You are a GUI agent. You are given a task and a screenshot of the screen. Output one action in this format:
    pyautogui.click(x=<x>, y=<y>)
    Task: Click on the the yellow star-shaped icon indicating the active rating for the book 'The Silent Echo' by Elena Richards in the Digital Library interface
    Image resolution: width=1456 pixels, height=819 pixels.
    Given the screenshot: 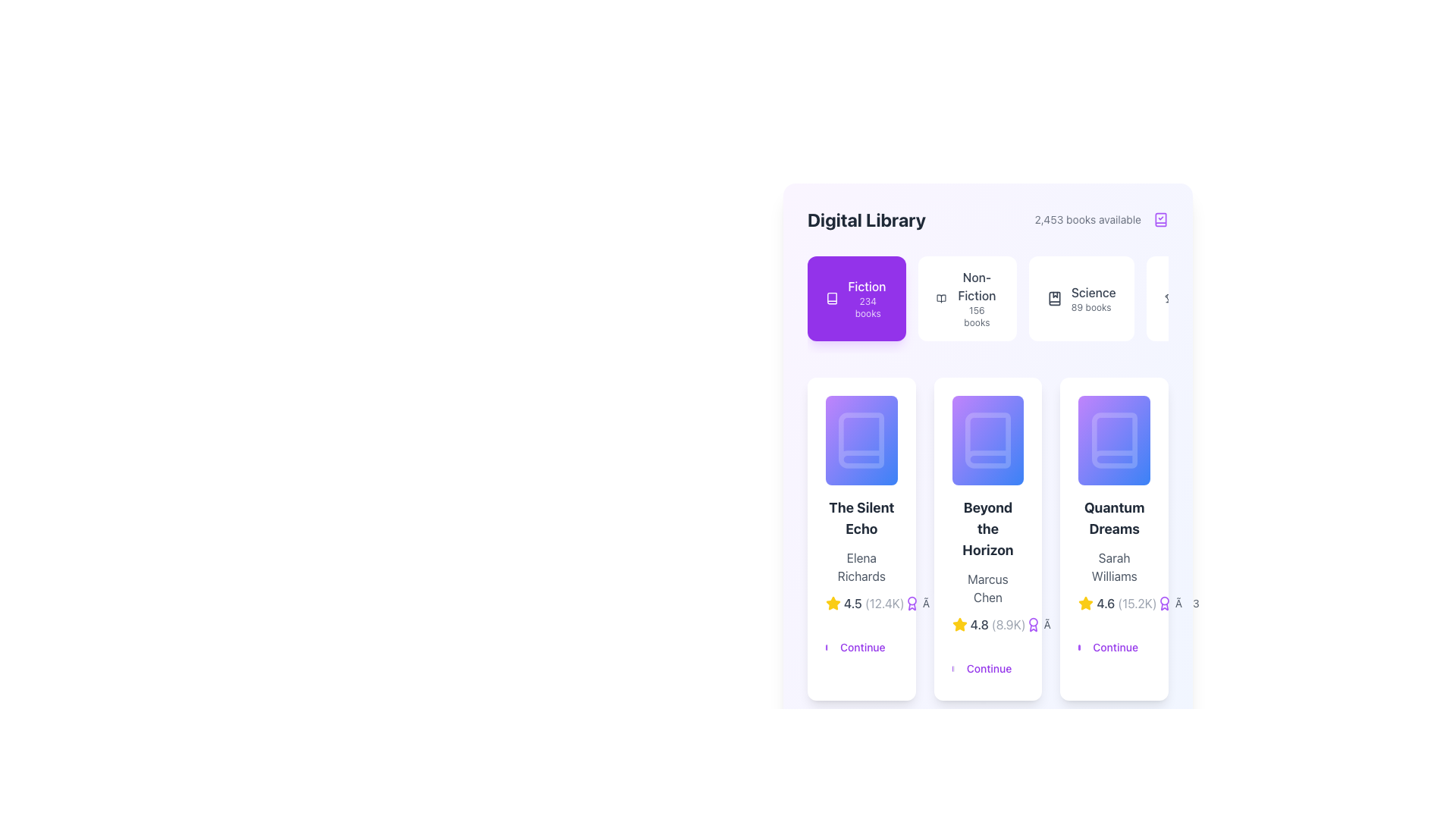 What is the action you would take?
    pyautogui.click(x=833, y=602)
    